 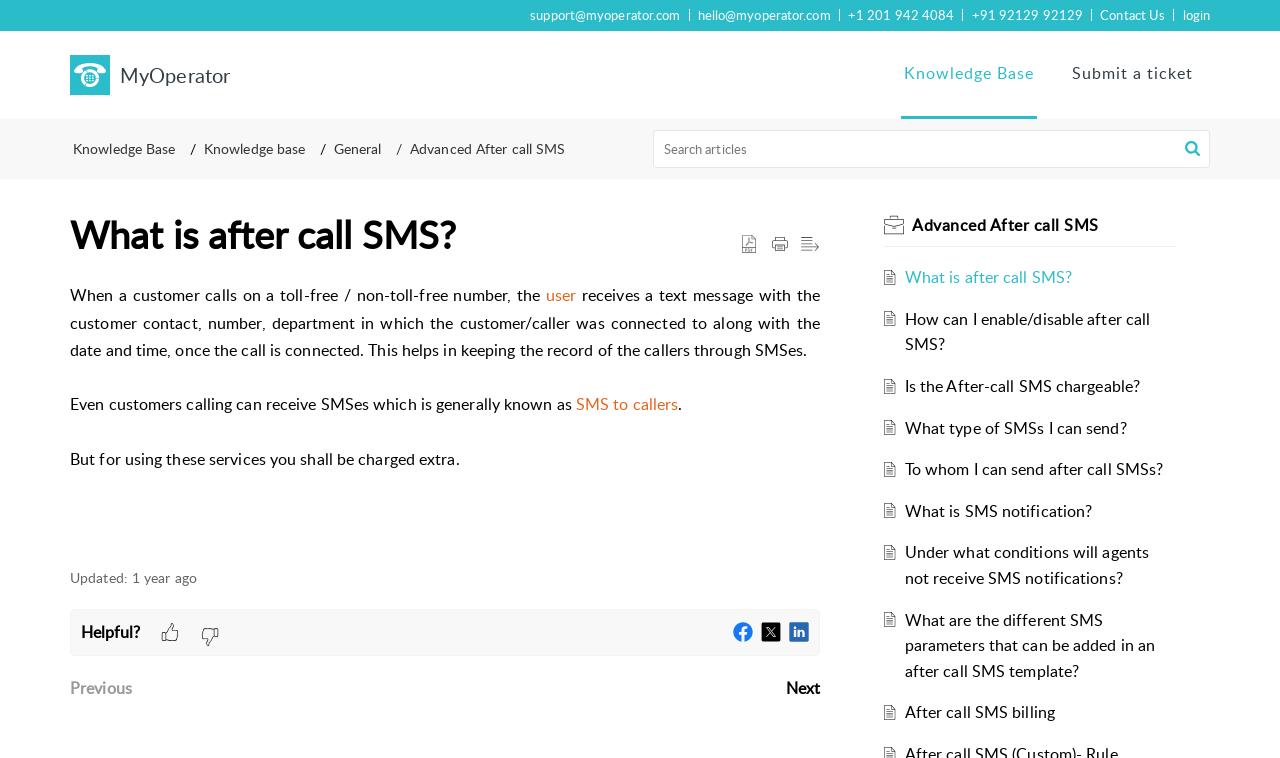 What do you see at coordinates (99, 688) in the screenshot?
I see `'Previous'` at bounding box center [99, 688].